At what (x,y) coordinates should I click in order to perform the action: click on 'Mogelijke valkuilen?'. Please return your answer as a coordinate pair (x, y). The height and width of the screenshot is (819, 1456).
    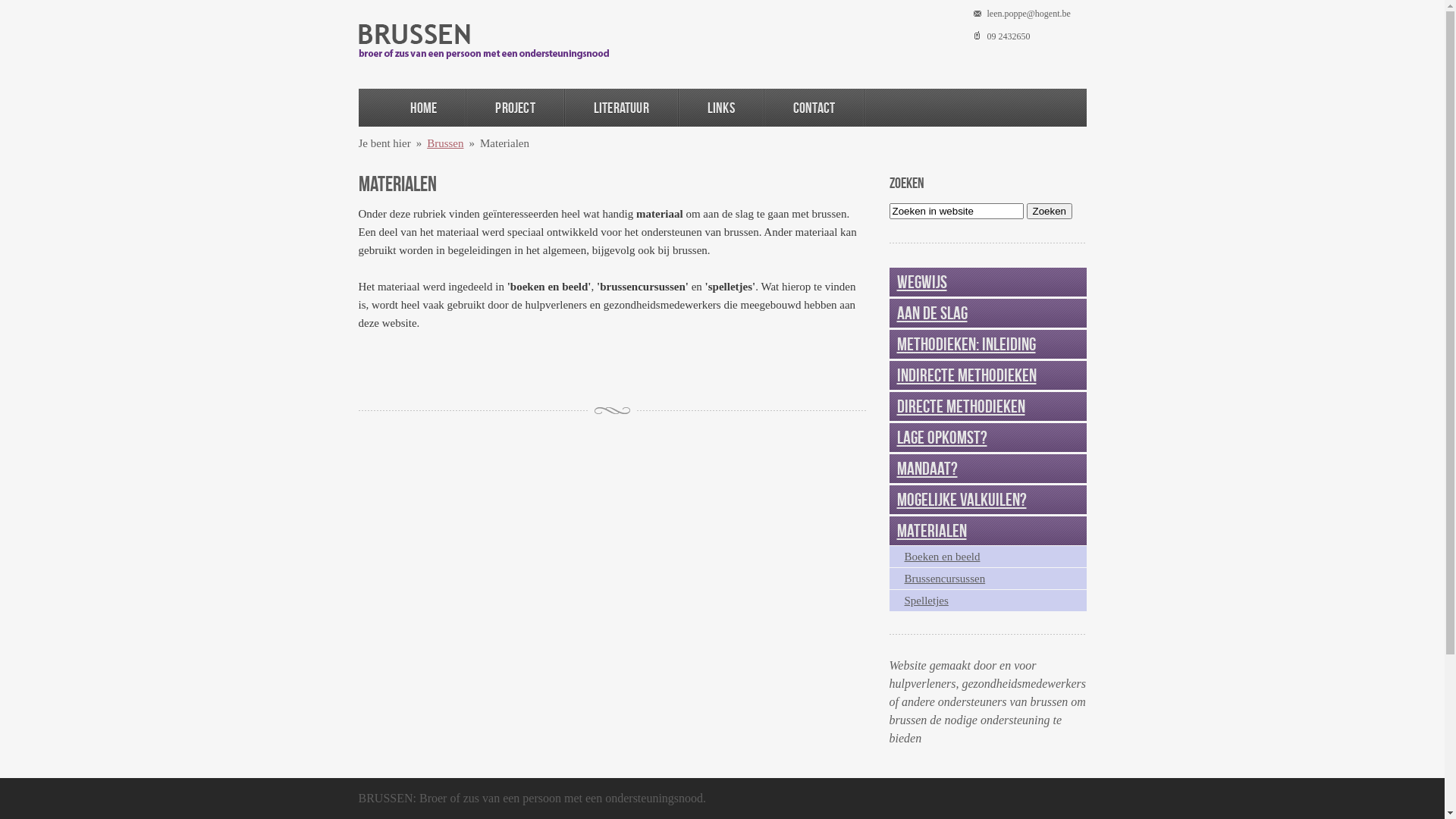
    Looking at the image, I should click on (960, 500).